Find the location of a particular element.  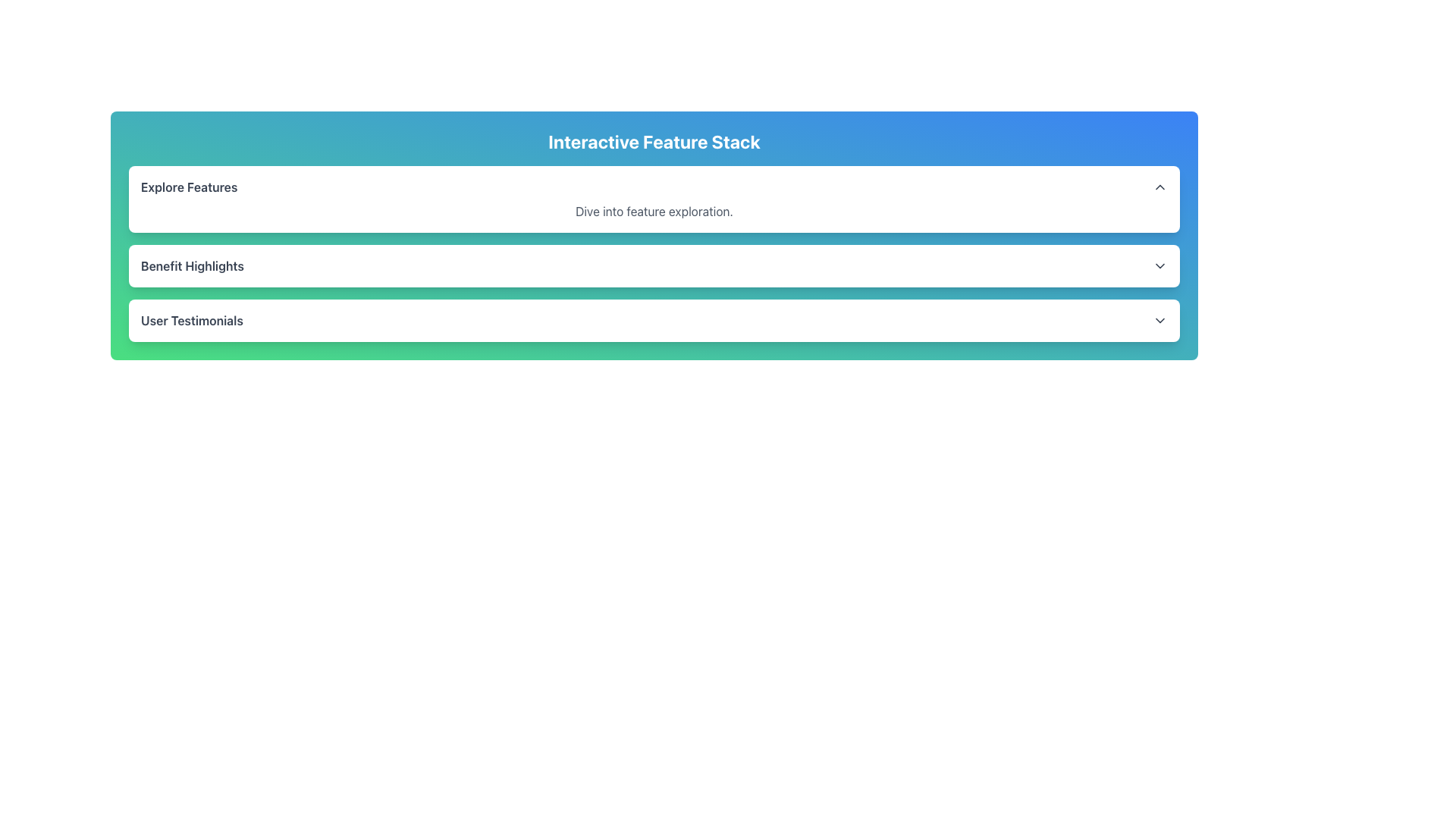

the prominent heading element displaying 'Interactive Feature Stack', which is bold and large with white text against a gradient background is located at coordinates (654, 141).